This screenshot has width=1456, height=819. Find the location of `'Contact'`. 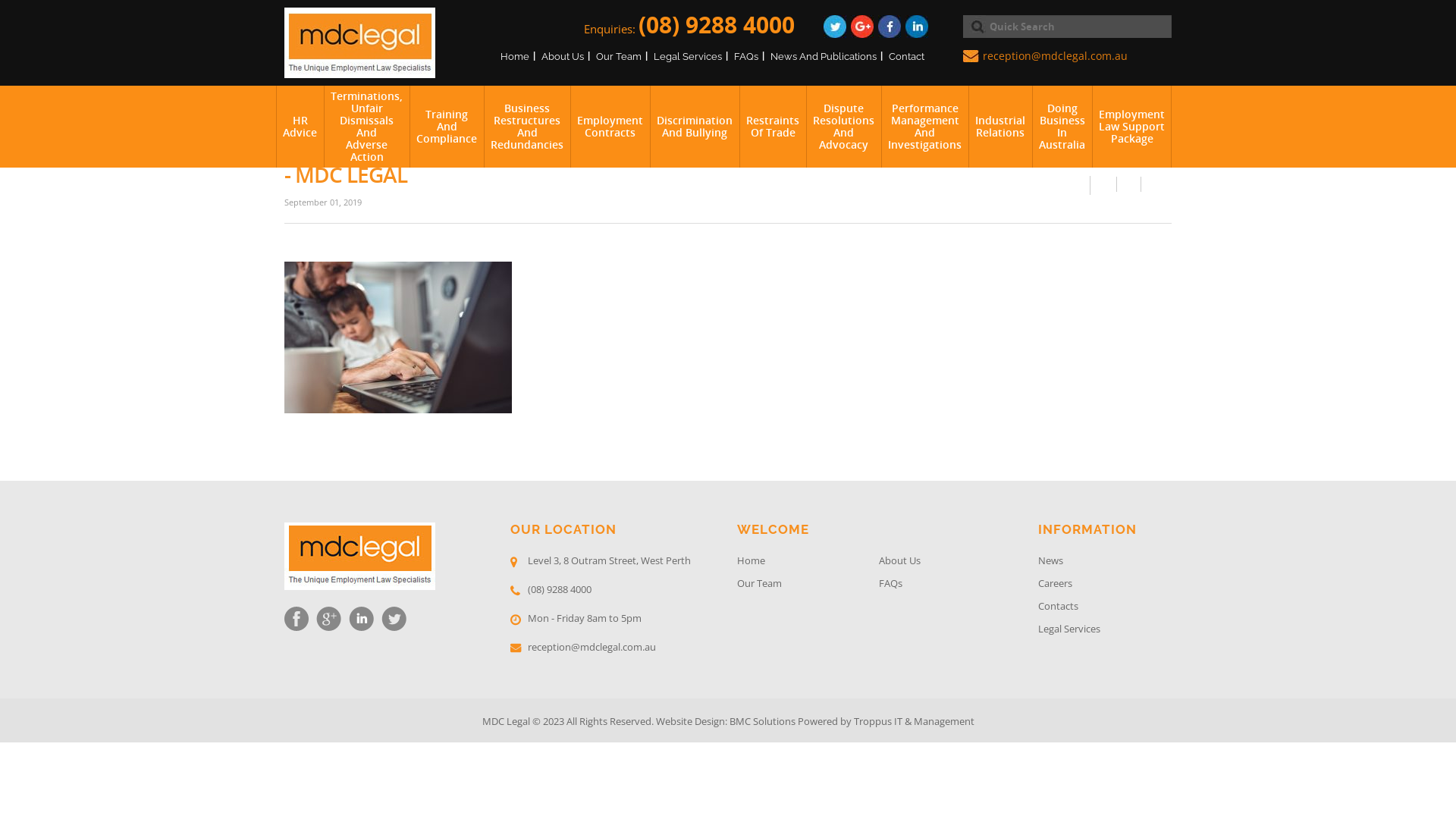

'Contact' is located at coordinates (906, 55).